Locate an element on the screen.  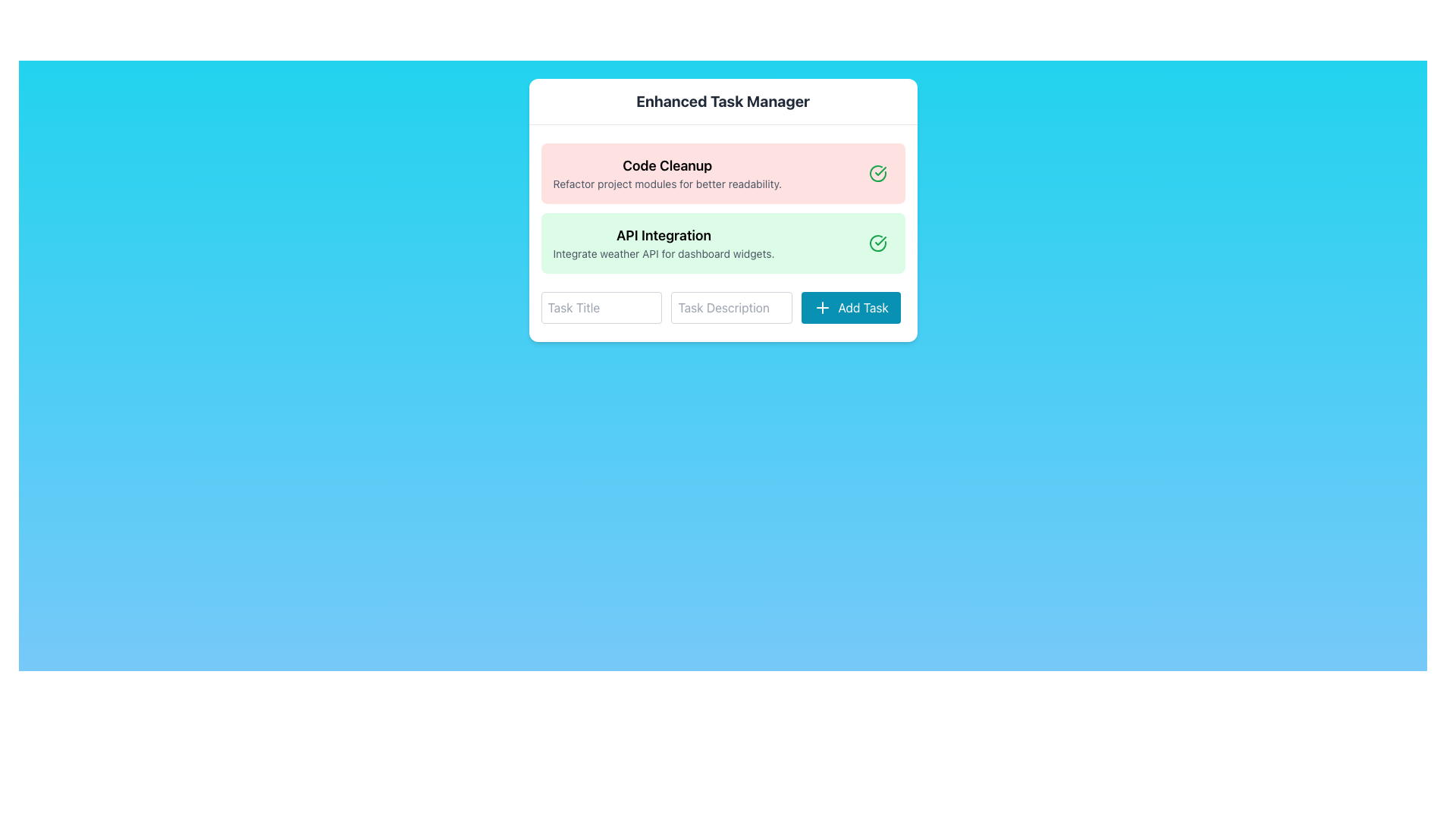
the checkmark icon within the task card that summarizes the details of a specific task, located below the 'Code Cleanup' task in the task manager interface is located at coordinates (722, 242).